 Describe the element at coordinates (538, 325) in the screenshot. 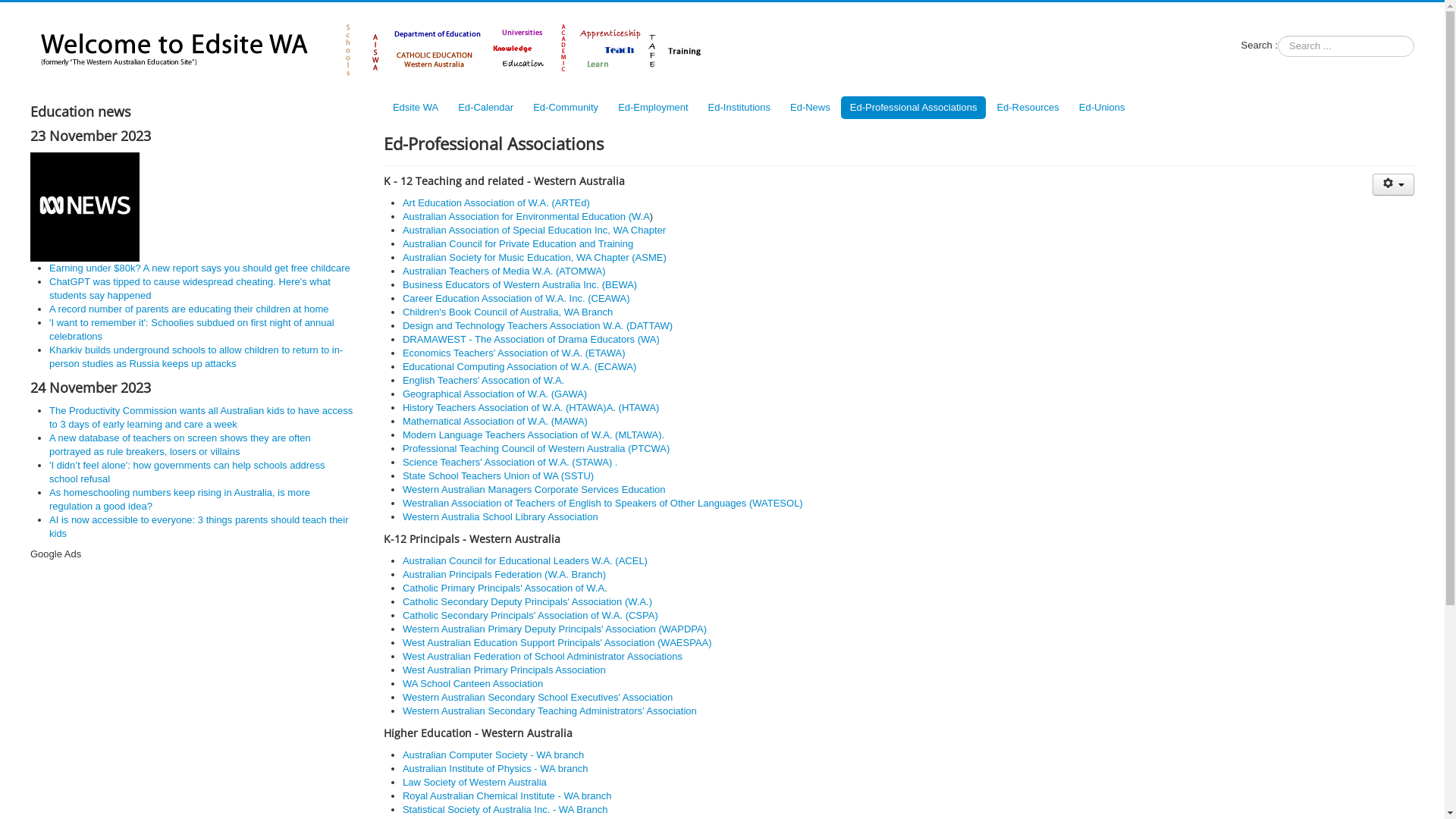

I see `'Design and Technology Teachers Association W.A. (DATTAW)'` at that location.